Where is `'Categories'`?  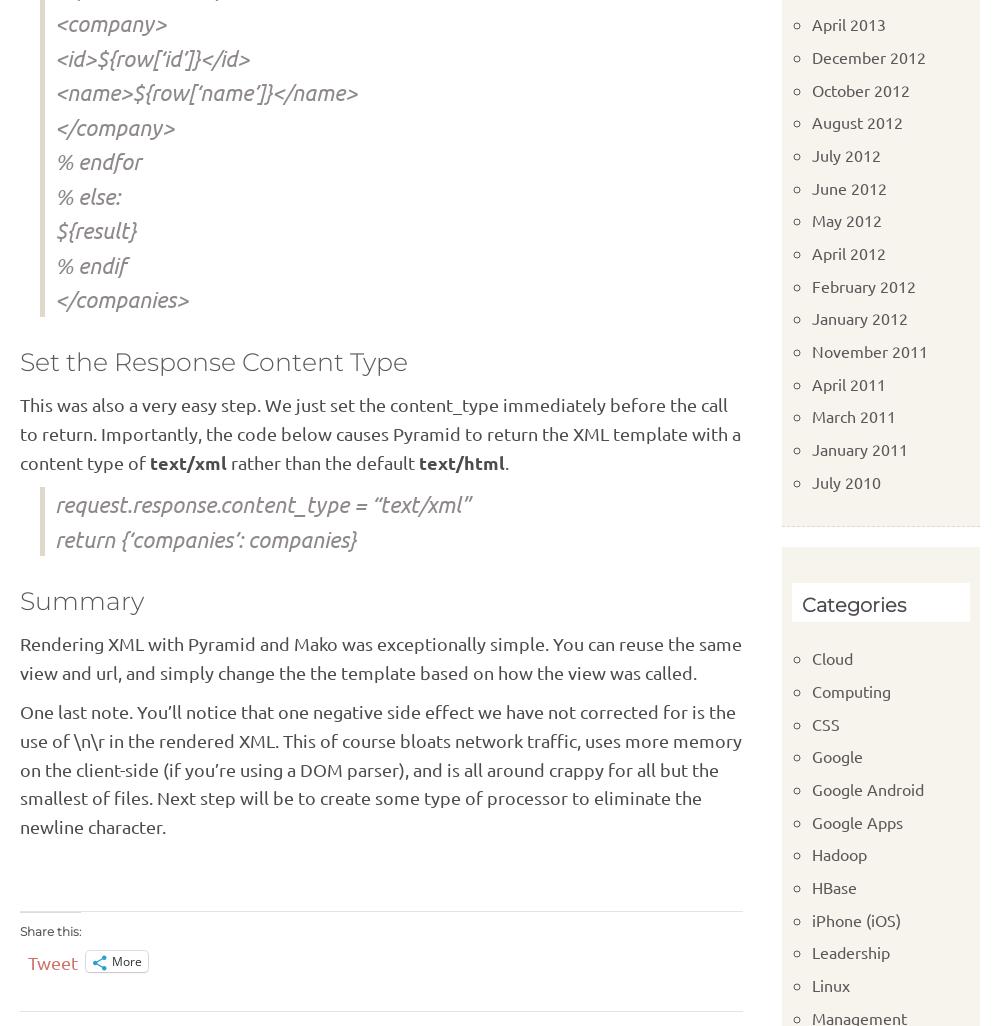
'Categories' is located at coordinates (852, 604).